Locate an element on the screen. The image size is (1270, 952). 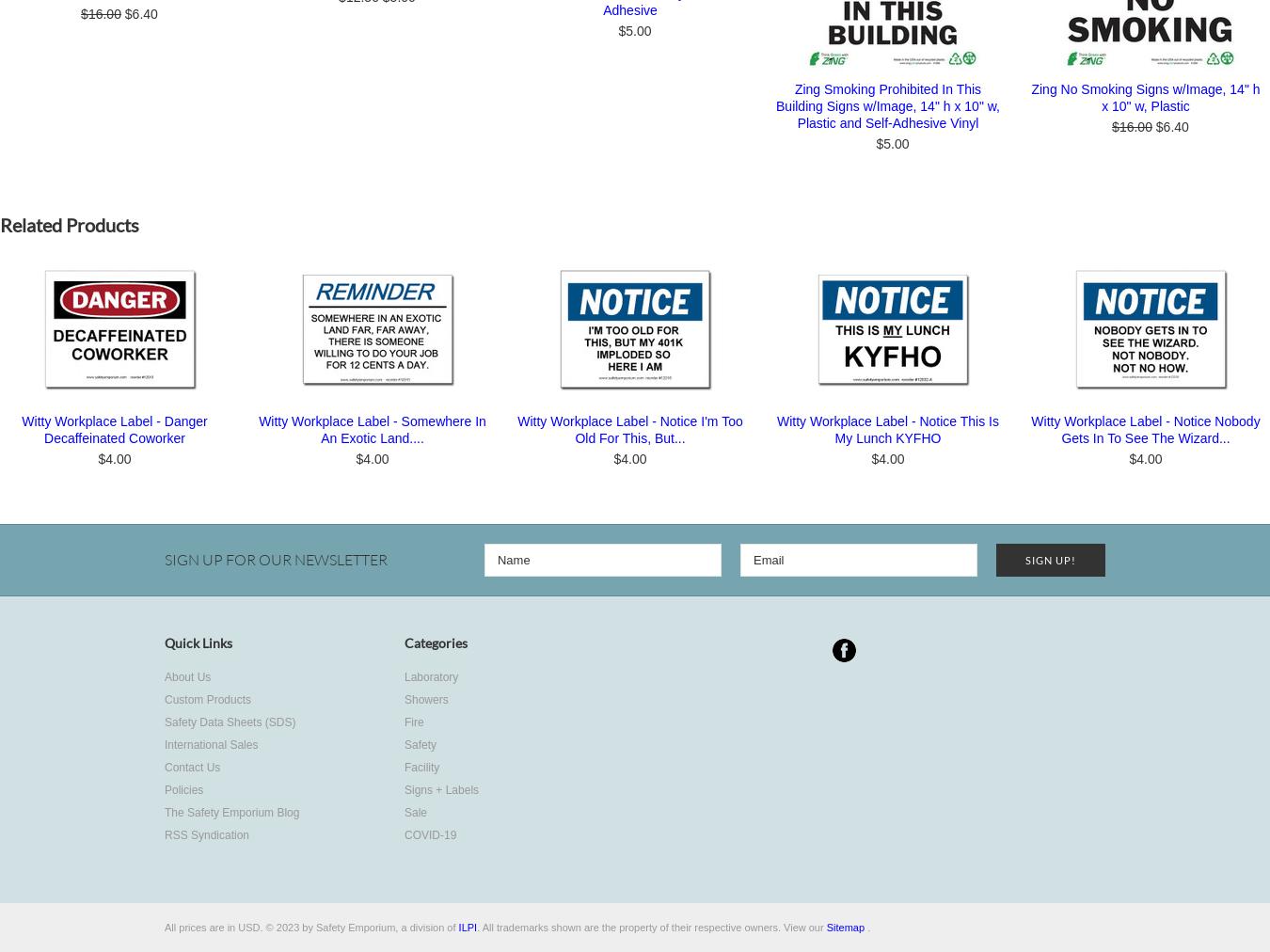
'Quick Links' is located at coordinates (198, 643).